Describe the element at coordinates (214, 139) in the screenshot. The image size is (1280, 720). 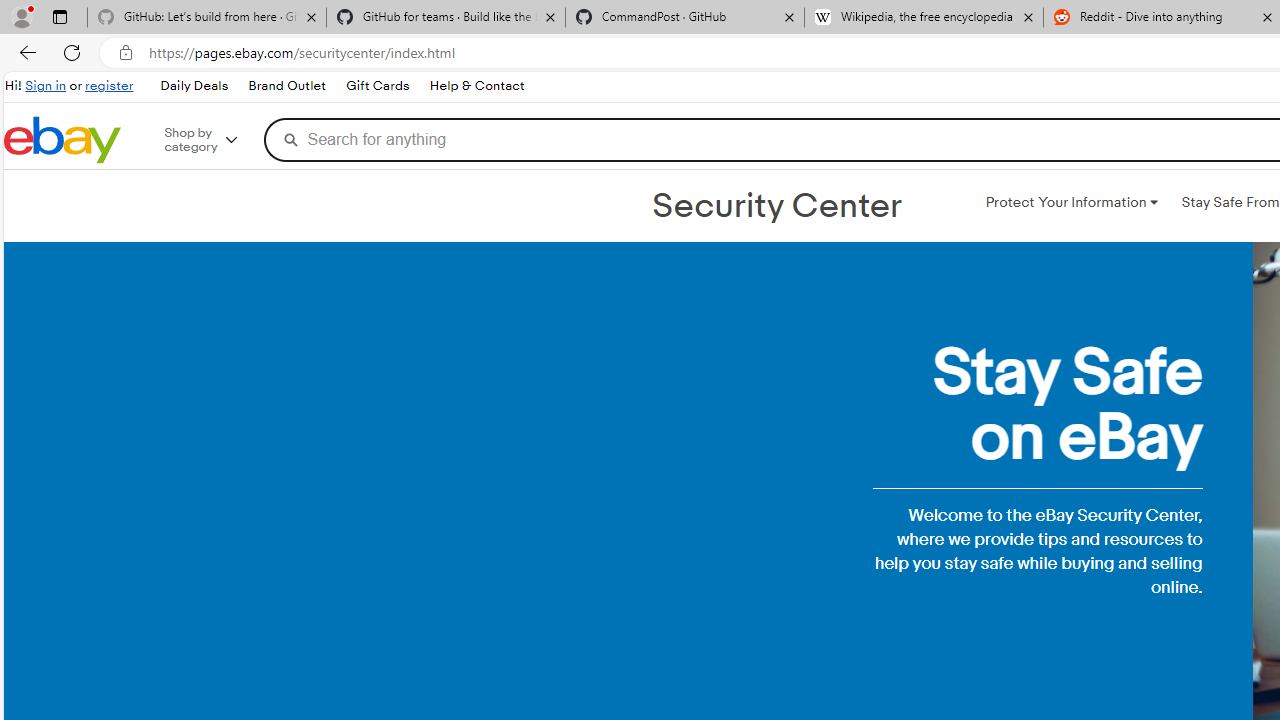
I see `'Shop by category'` at that location.